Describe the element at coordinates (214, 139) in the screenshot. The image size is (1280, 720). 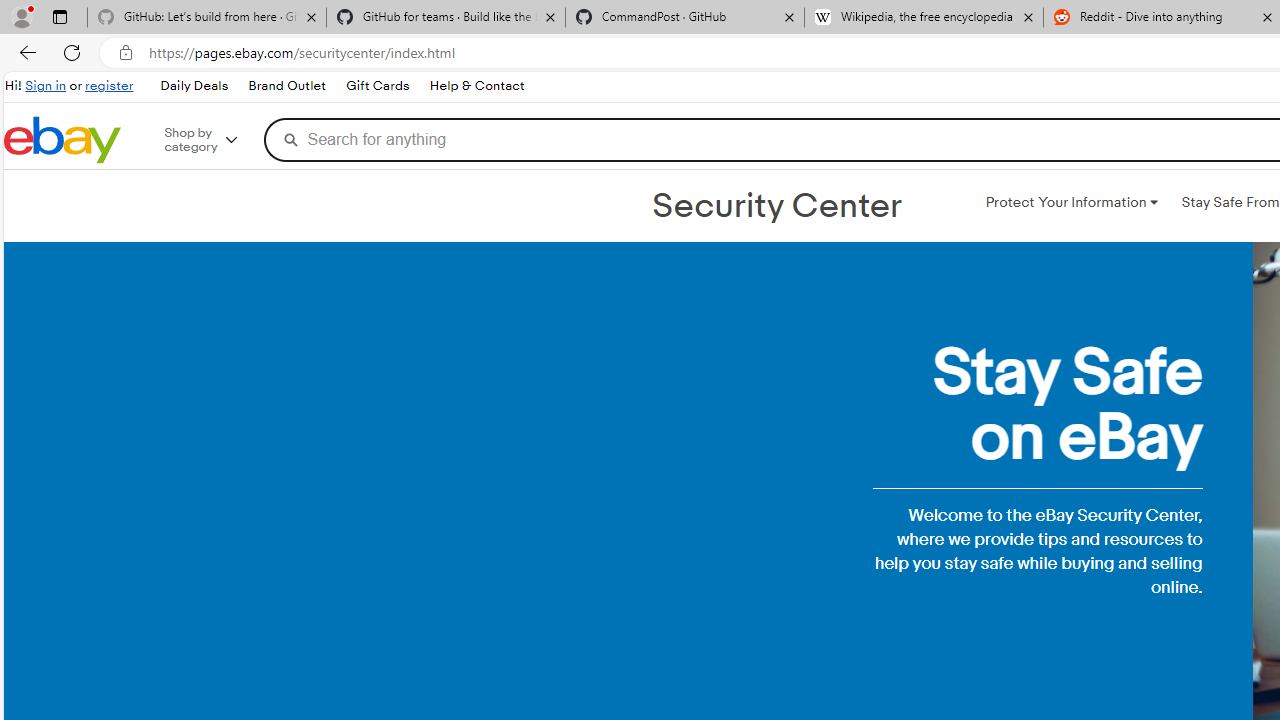
I see `'Shop by category'` at that location.